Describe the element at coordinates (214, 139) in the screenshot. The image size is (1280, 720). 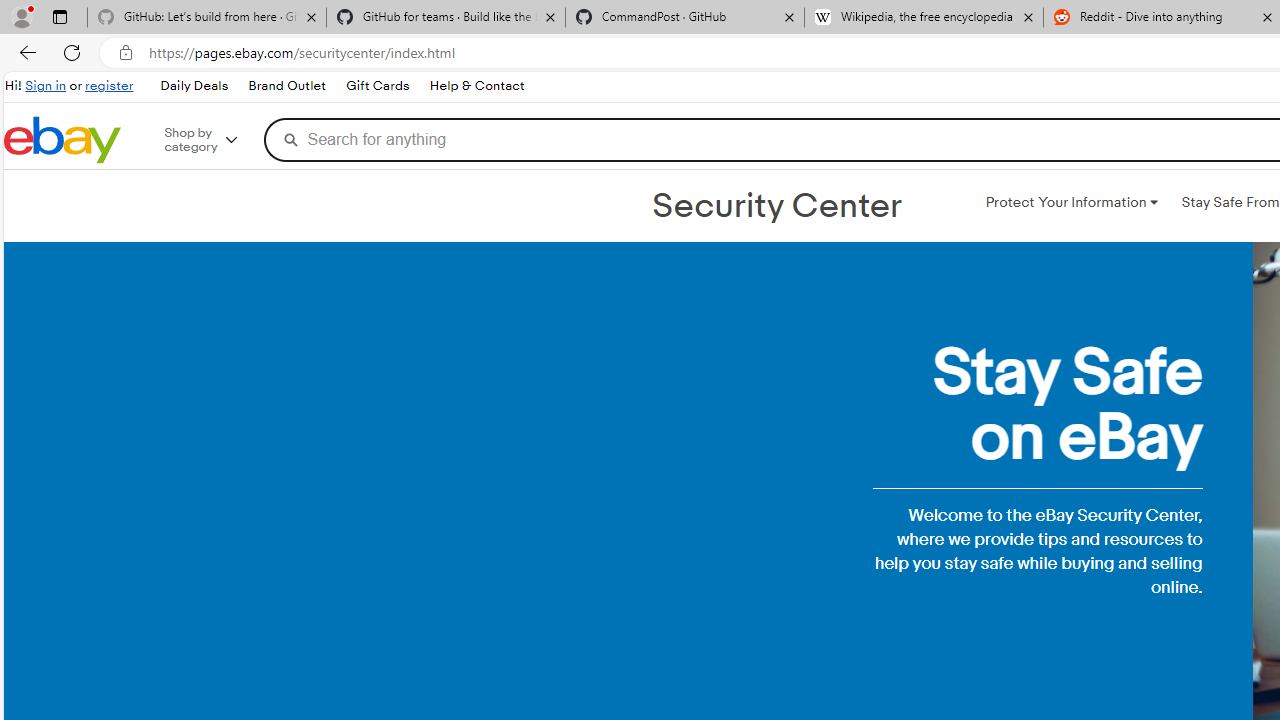
I see `'Shop by category'` at that location.